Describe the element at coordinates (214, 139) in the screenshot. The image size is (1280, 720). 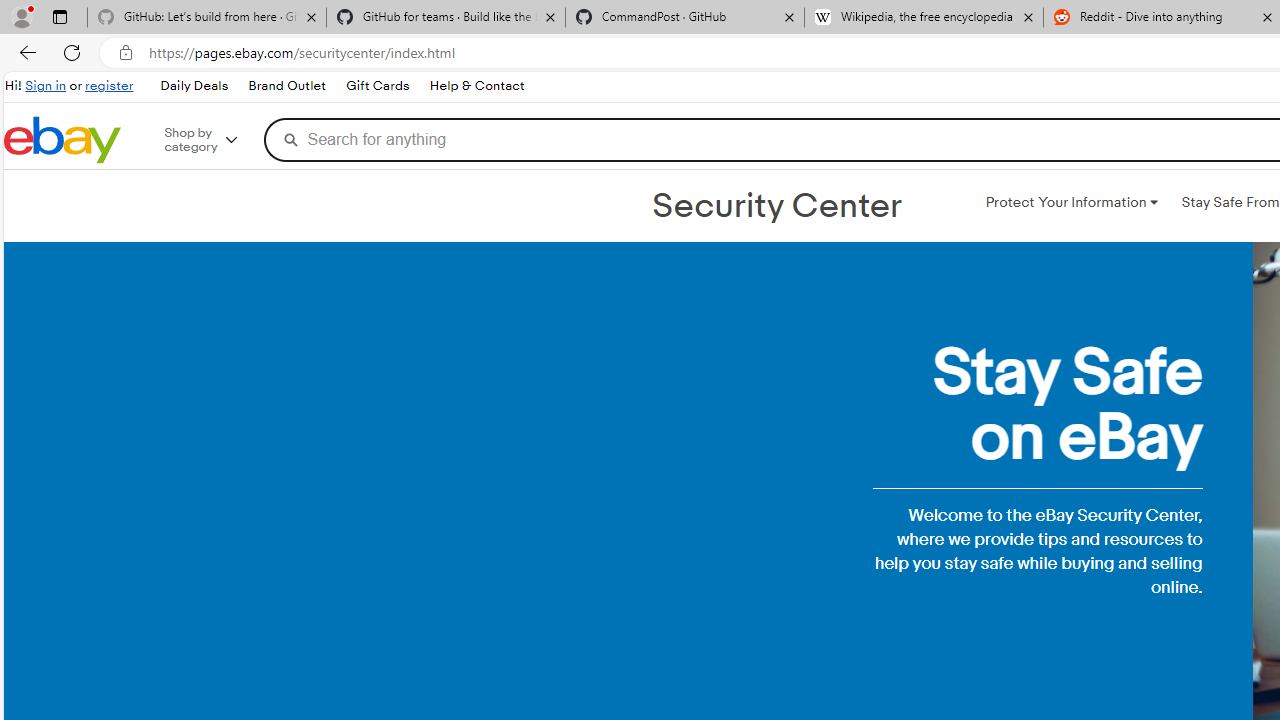
I see `'Shop by category'` at that location.